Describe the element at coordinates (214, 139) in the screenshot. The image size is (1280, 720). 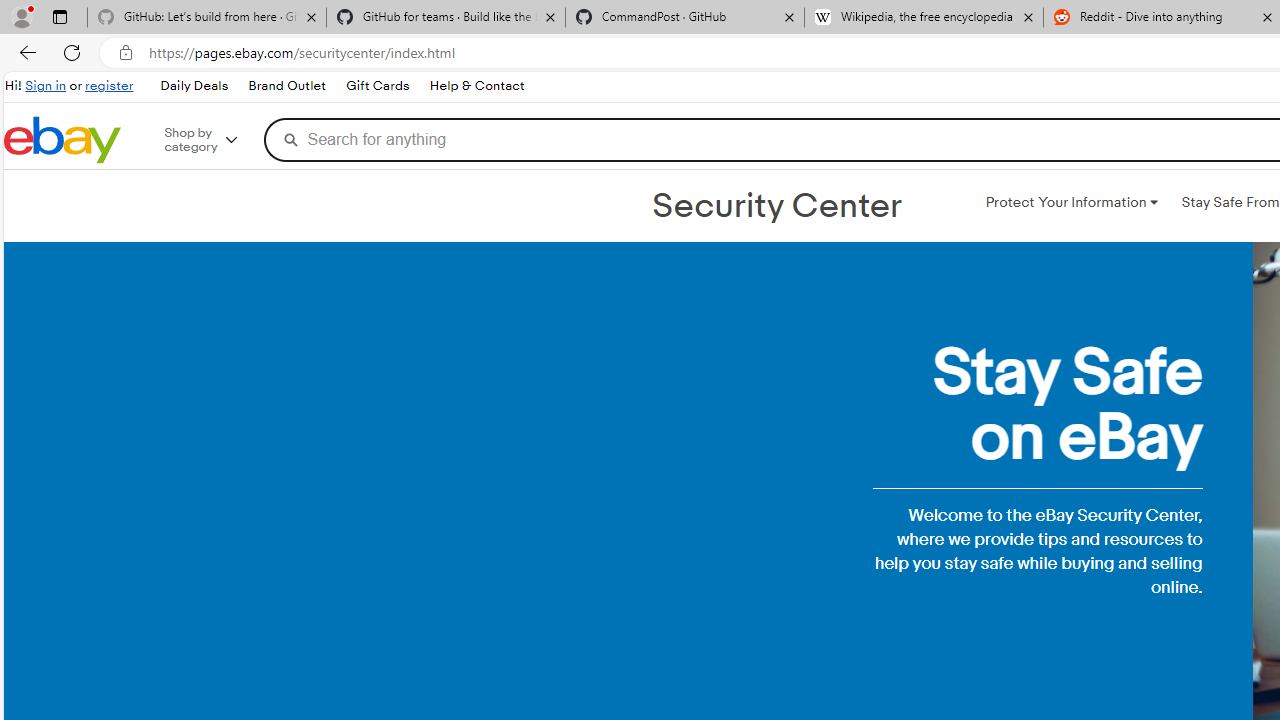
I see `'Shop by category'` at that location.